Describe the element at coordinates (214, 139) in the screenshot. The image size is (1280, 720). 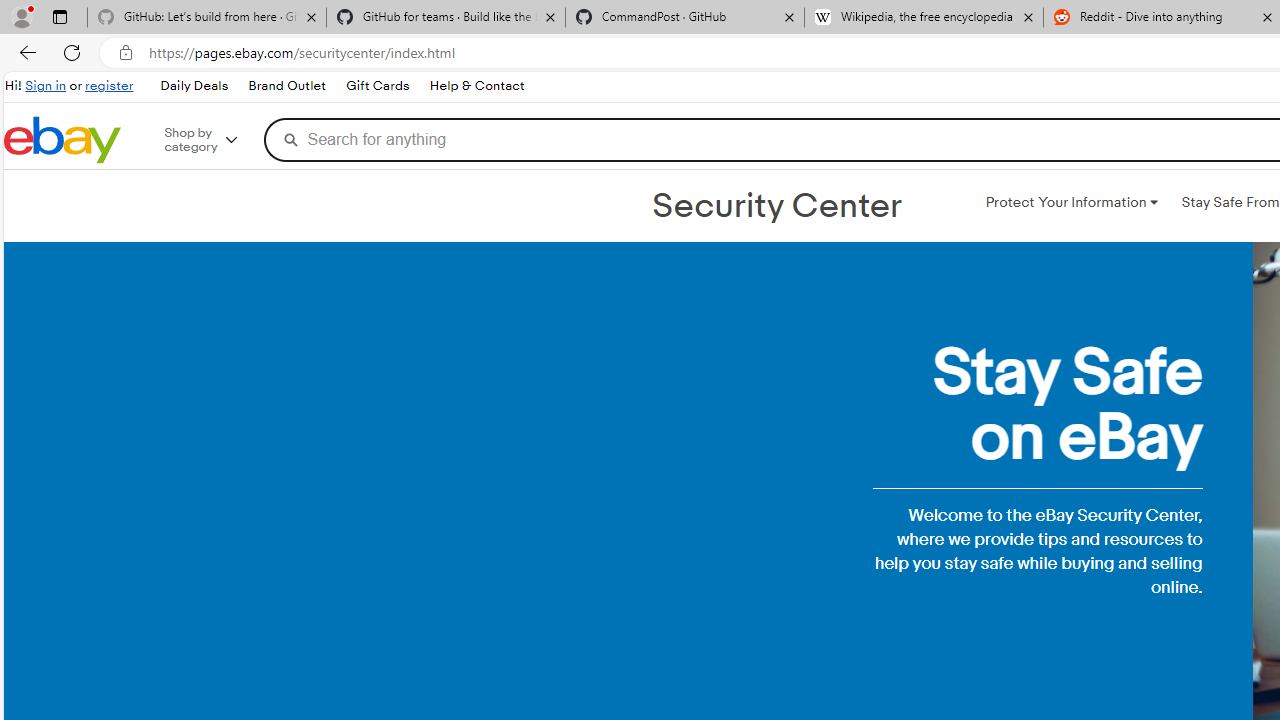
I see `'Shop by category'` at that location.